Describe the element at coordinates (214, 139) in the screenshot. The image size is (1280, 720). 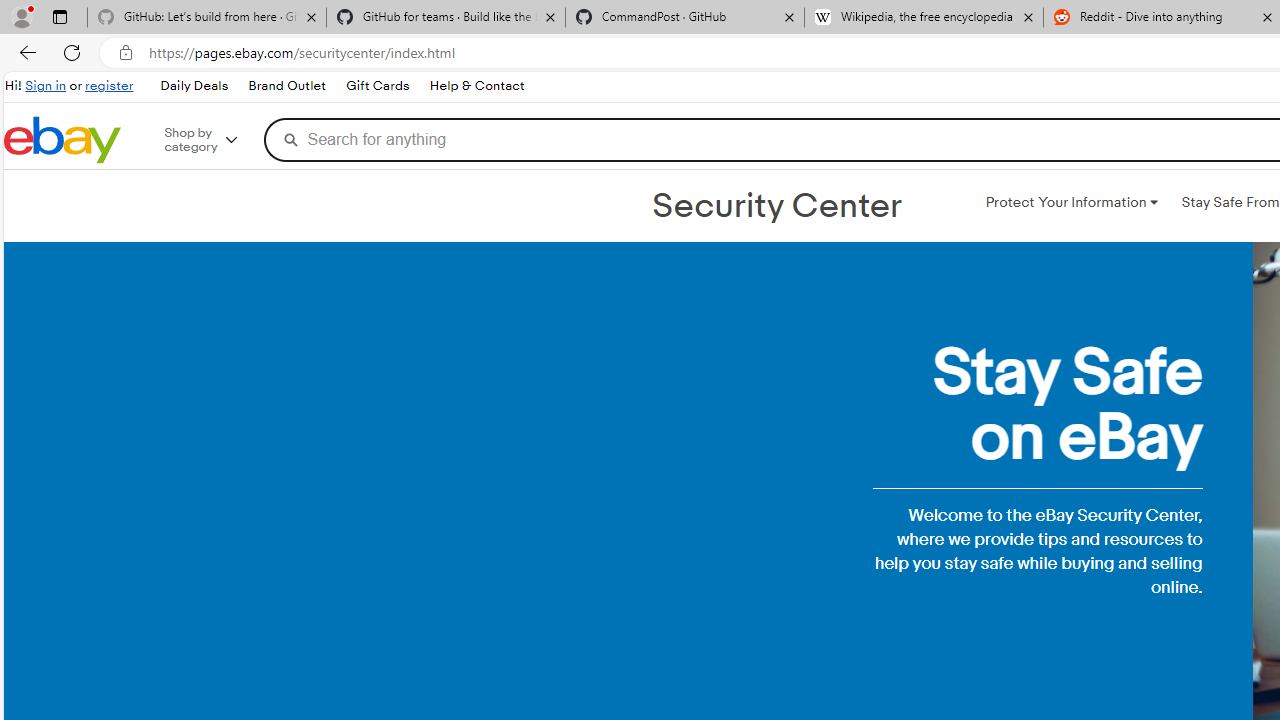
I see `'Shop by category'` at that location.